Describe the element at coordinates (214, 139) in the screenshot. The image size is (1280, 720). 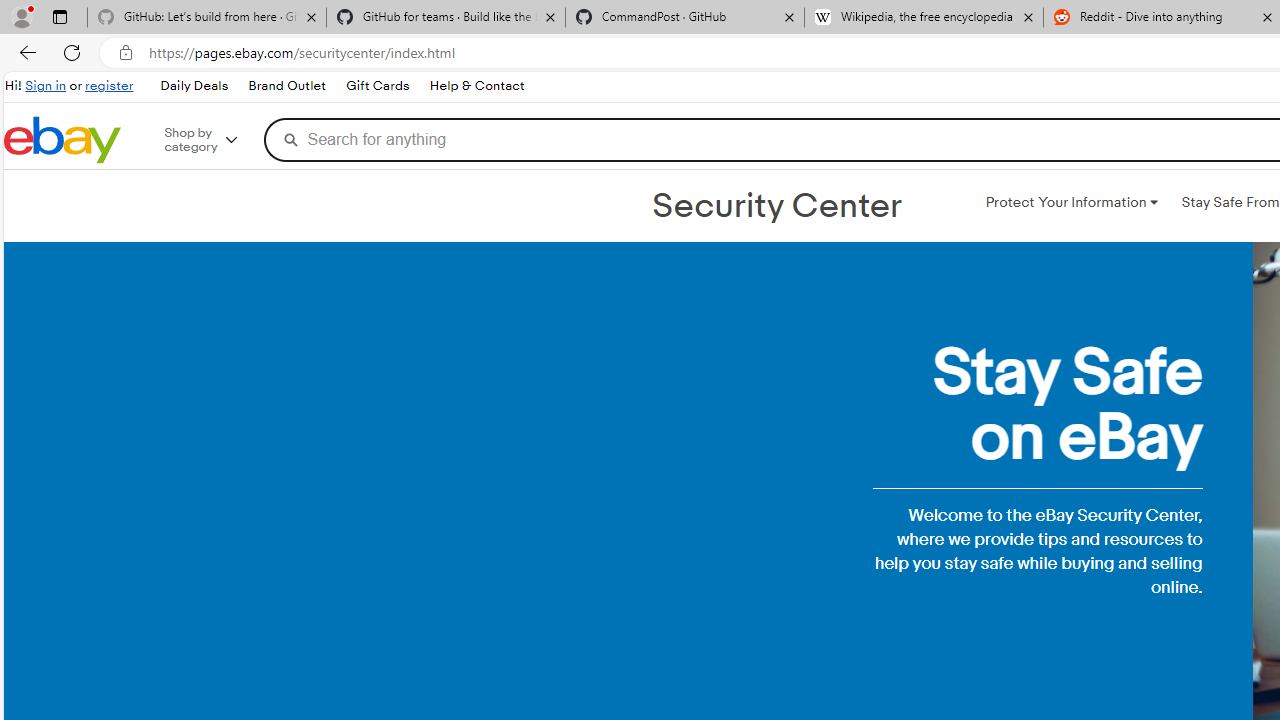
I see `'Shop by category'` at that location.